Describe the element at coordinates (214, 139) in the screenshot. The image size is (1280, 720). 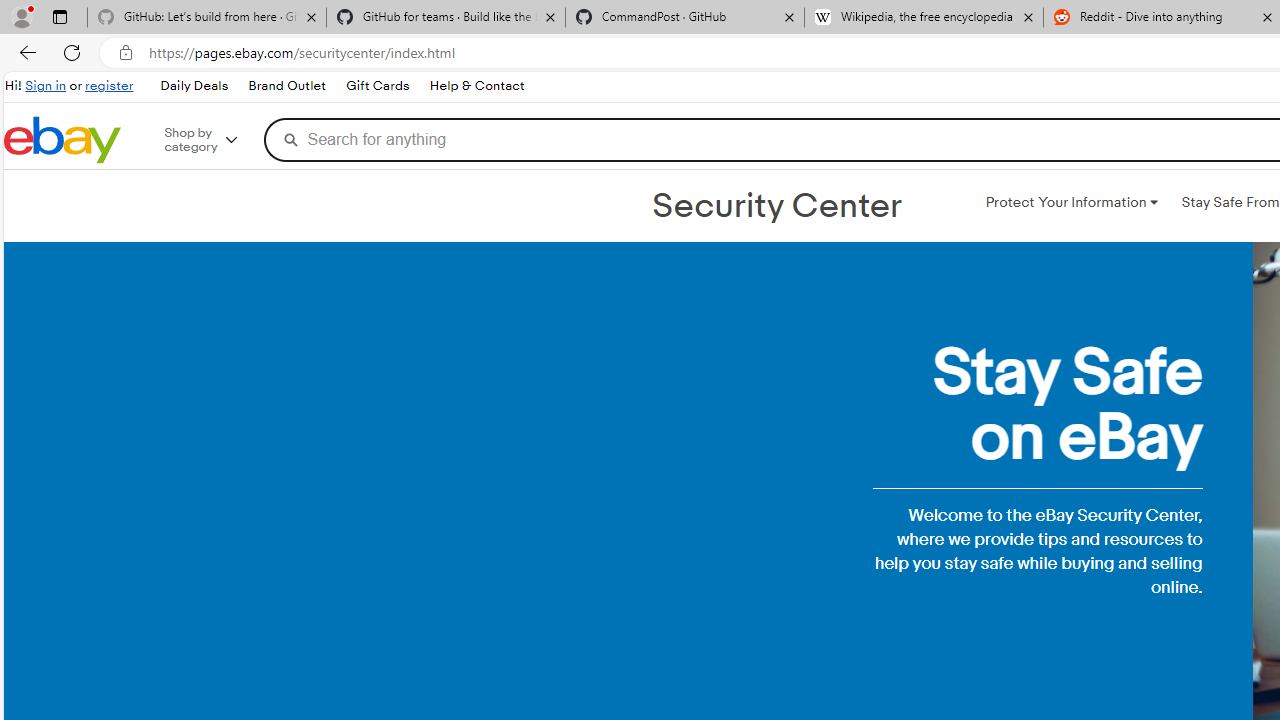
I see `'Shop by category'` at that location.